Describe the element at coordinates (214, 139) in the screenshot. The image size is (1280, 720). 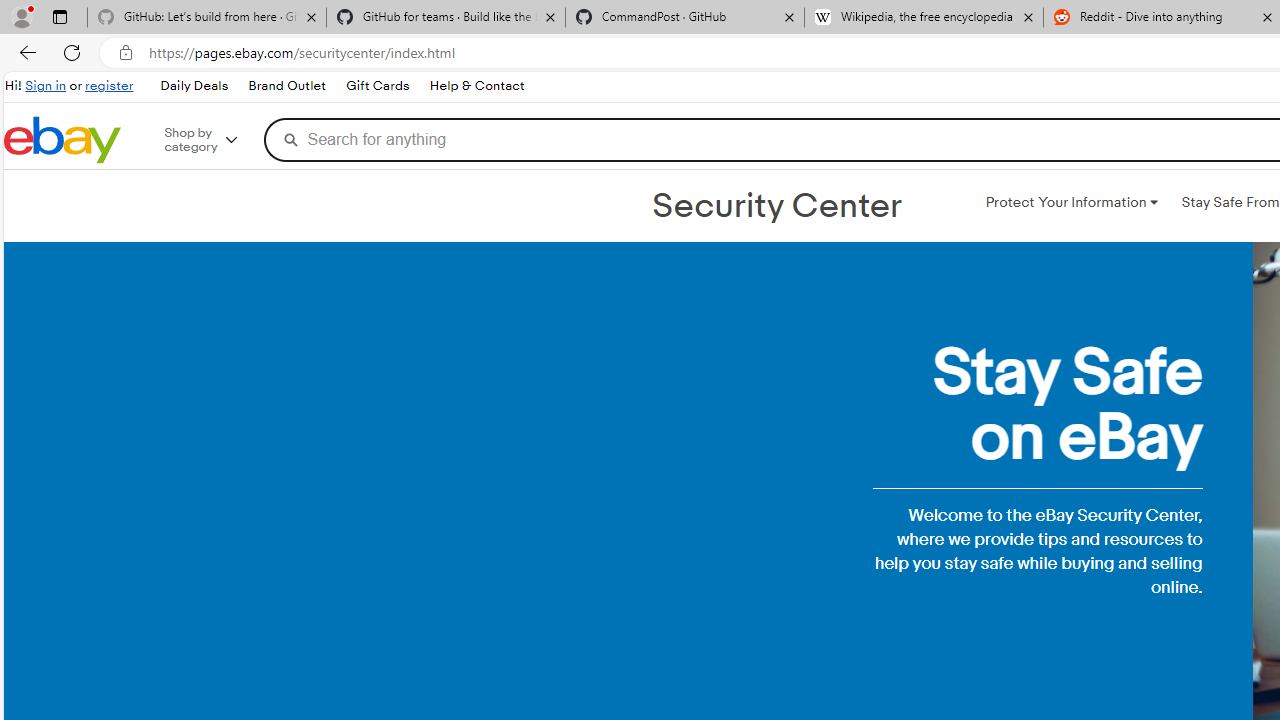
I see `'Shop by category'` at that location.